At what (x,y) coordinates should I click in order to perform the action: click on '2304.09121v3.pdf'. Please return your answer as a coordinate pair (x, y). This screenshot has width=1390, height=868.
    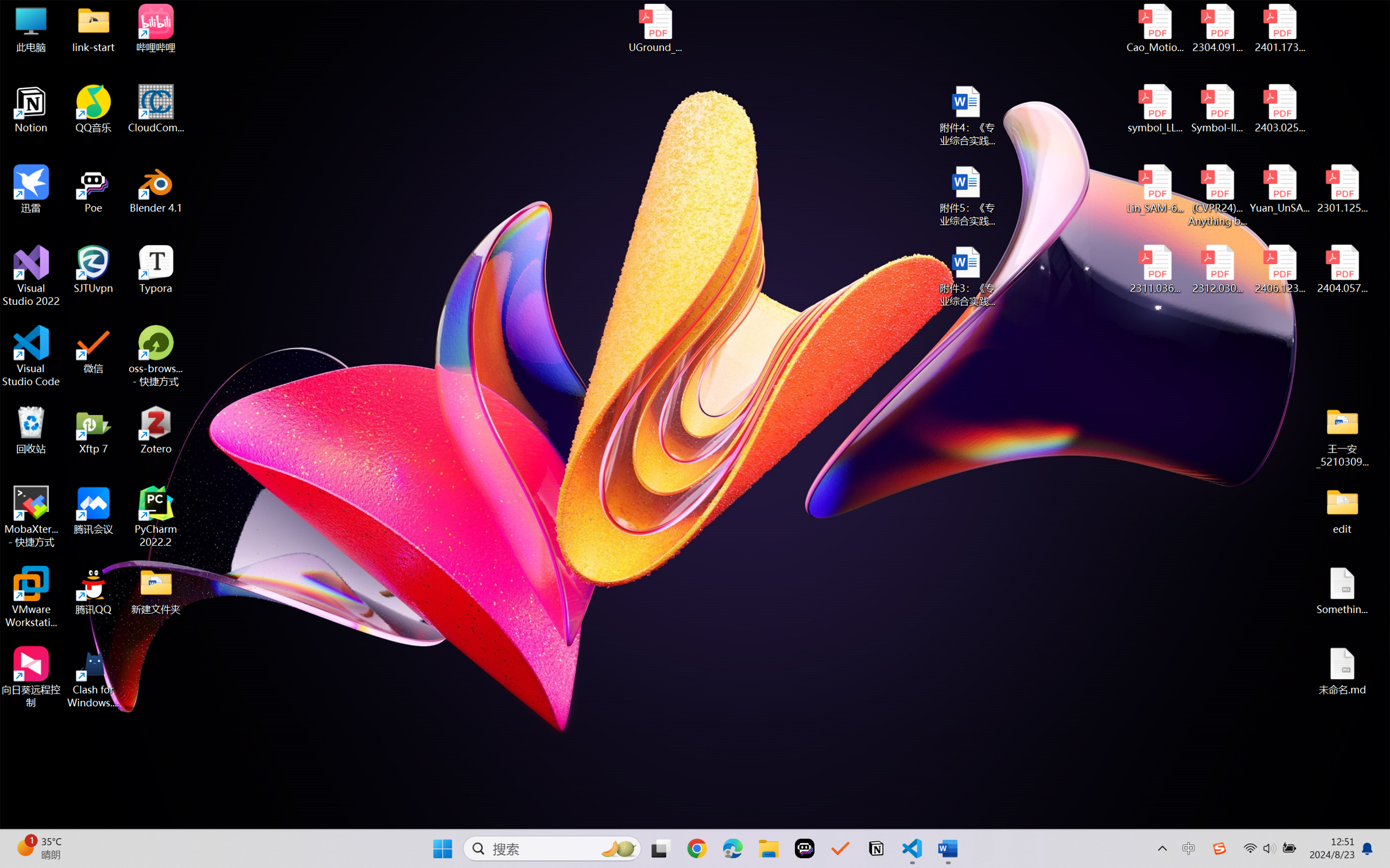
    Looking at the image, I should click on (1217, 28).